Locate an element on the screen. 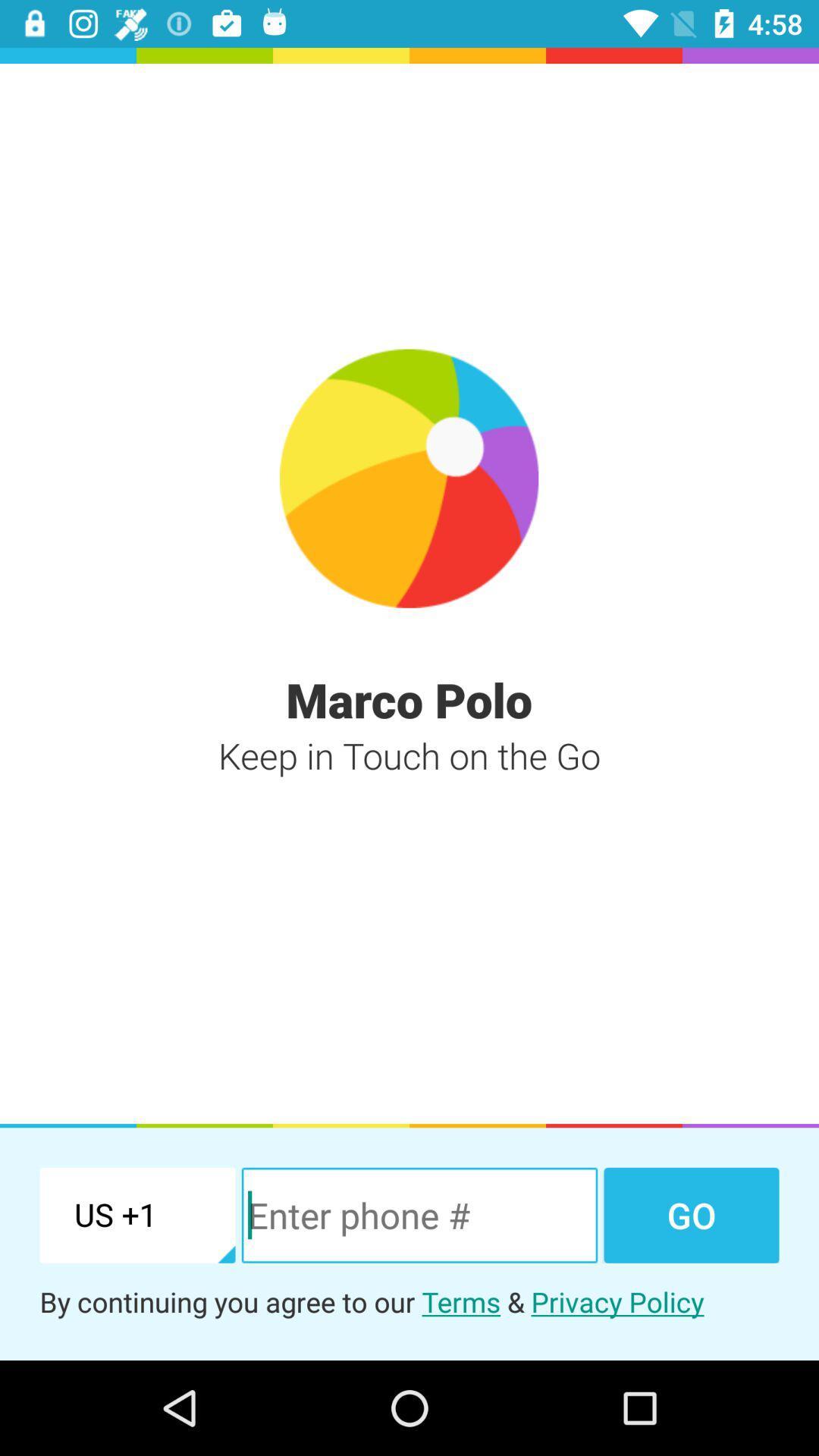  item next to the go item is located at coordinates (419, 1215).